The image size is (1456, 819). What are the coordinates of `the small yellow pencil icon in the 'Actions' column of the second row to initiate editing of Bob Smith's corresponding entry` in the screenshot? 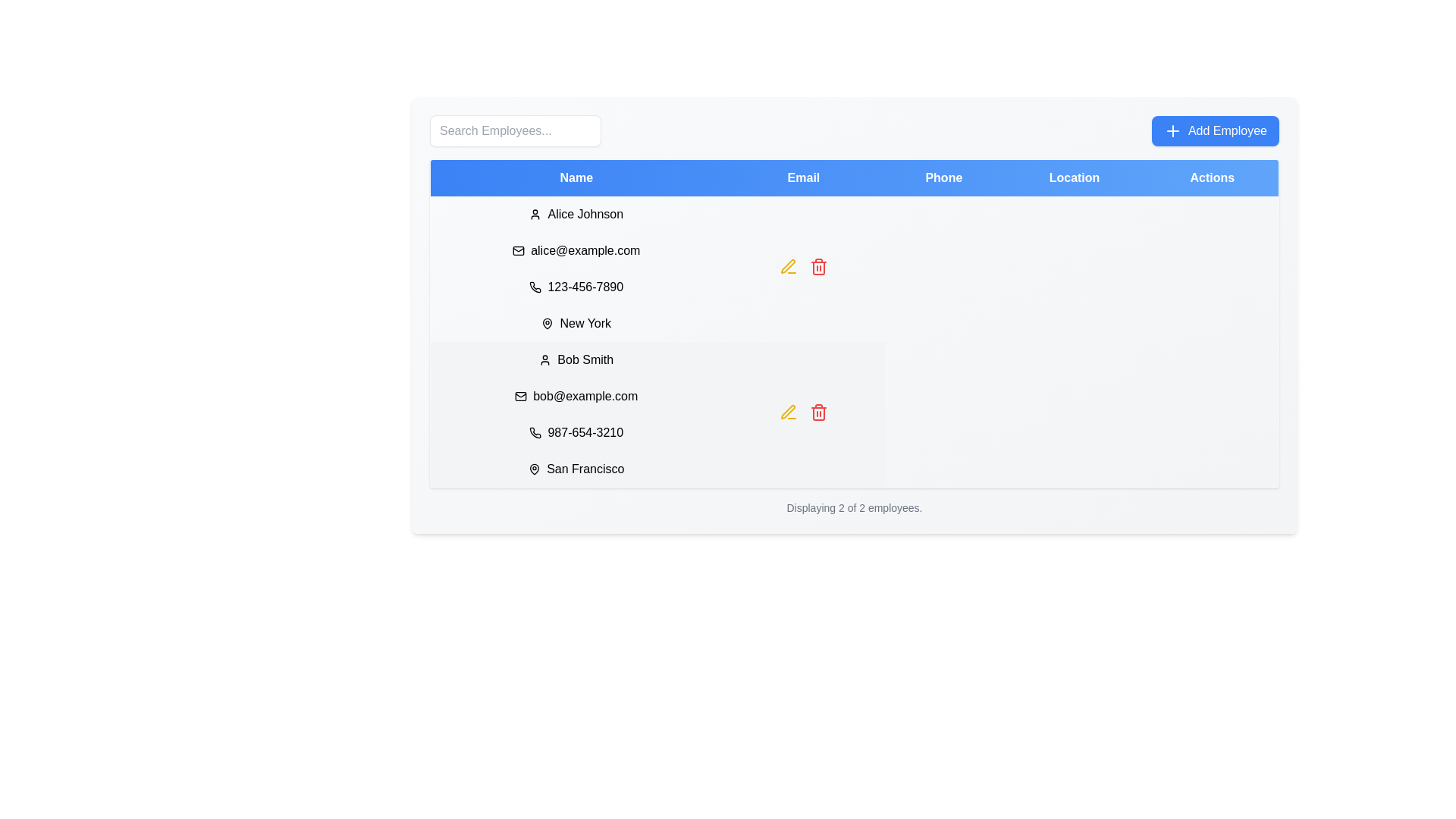 It's located at (788, 265).